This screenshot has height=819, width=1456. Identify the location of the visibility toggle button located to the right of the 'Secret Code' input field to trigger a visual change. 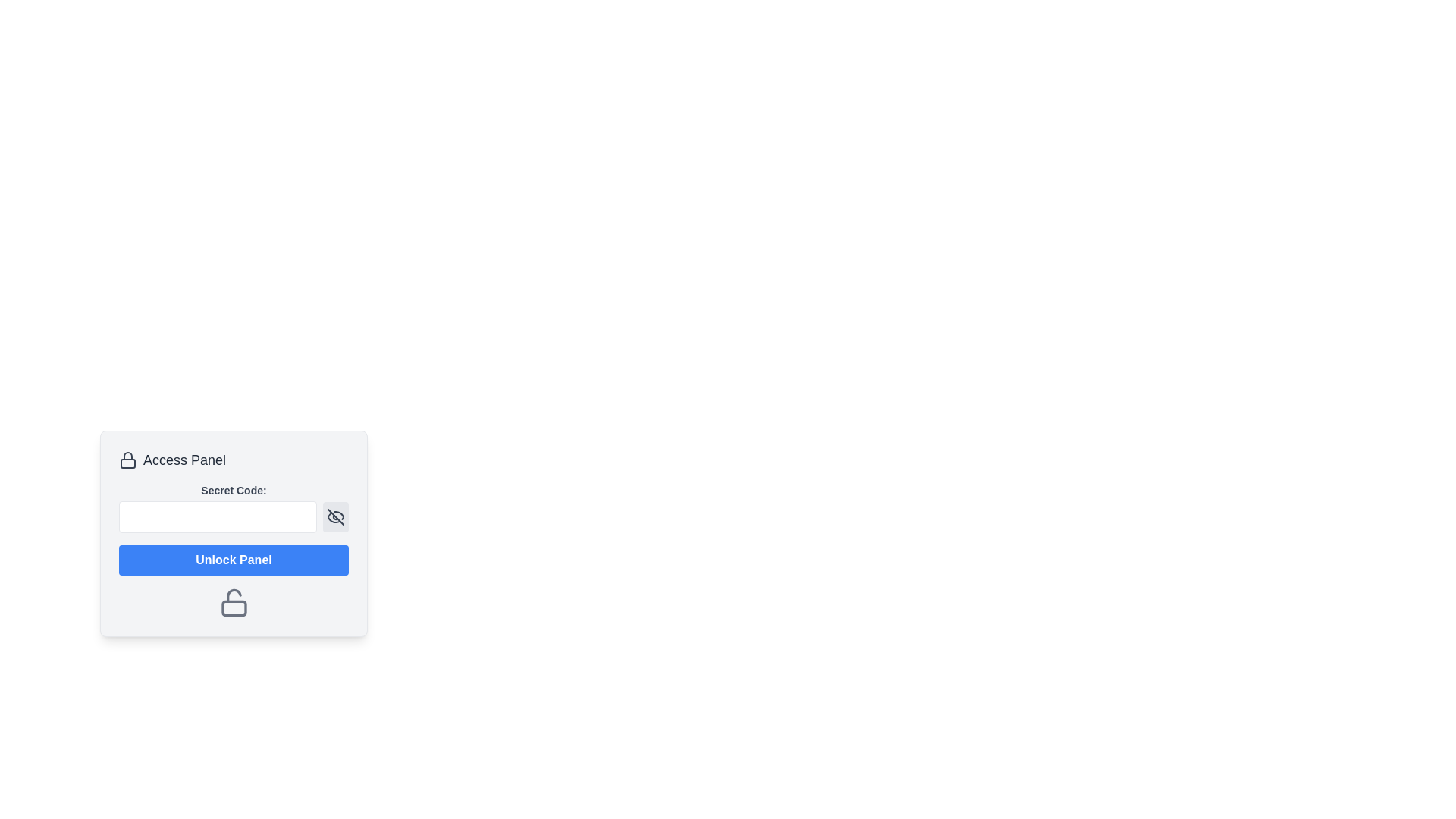
(334, 516).